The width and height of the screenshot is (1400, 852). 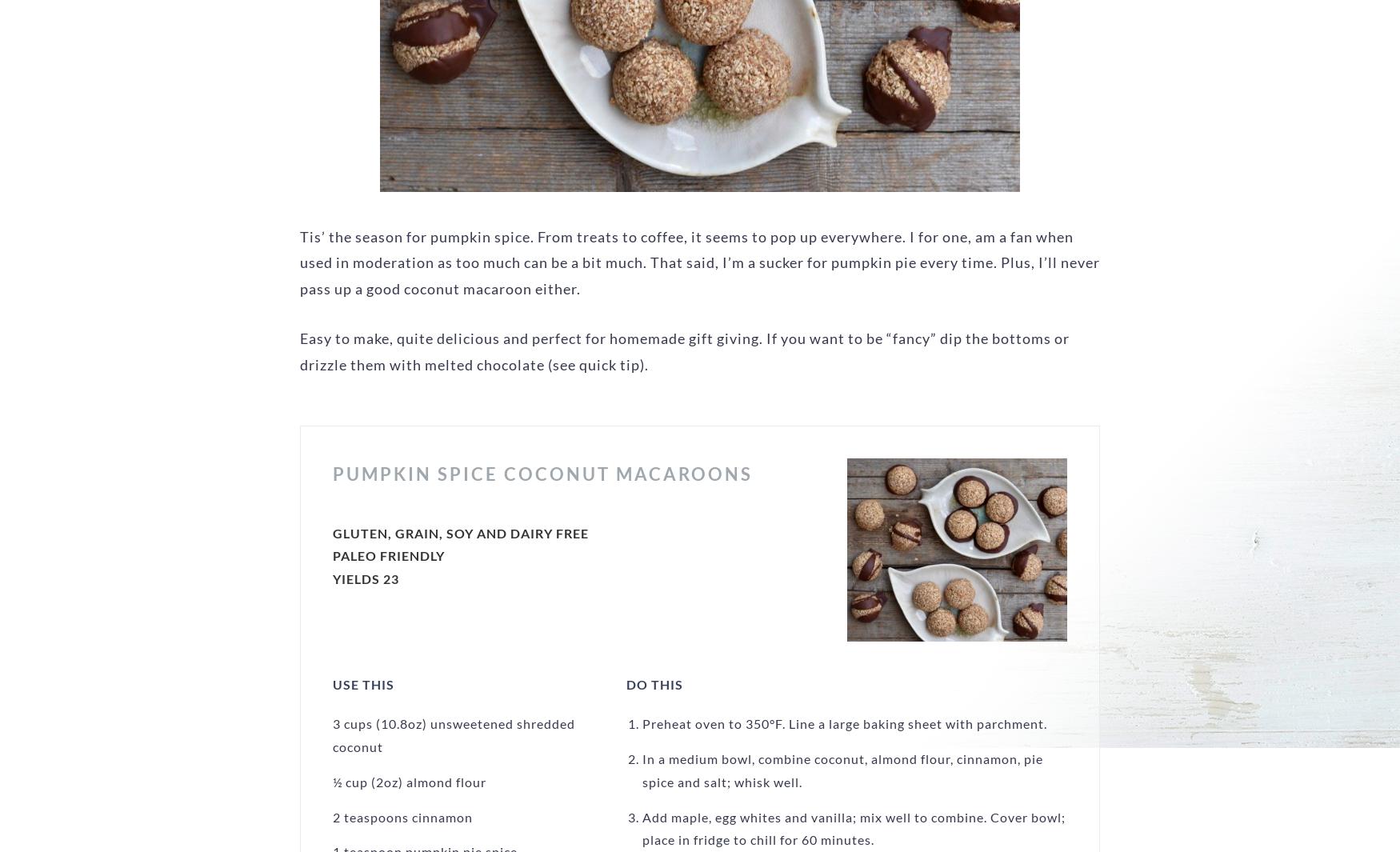 I want to click on 'Add maple, egg whites and vanilla; mix well to combine. Cover bowl; place in fridge to chill for 60 minutes.', so click(x=854, y=827).